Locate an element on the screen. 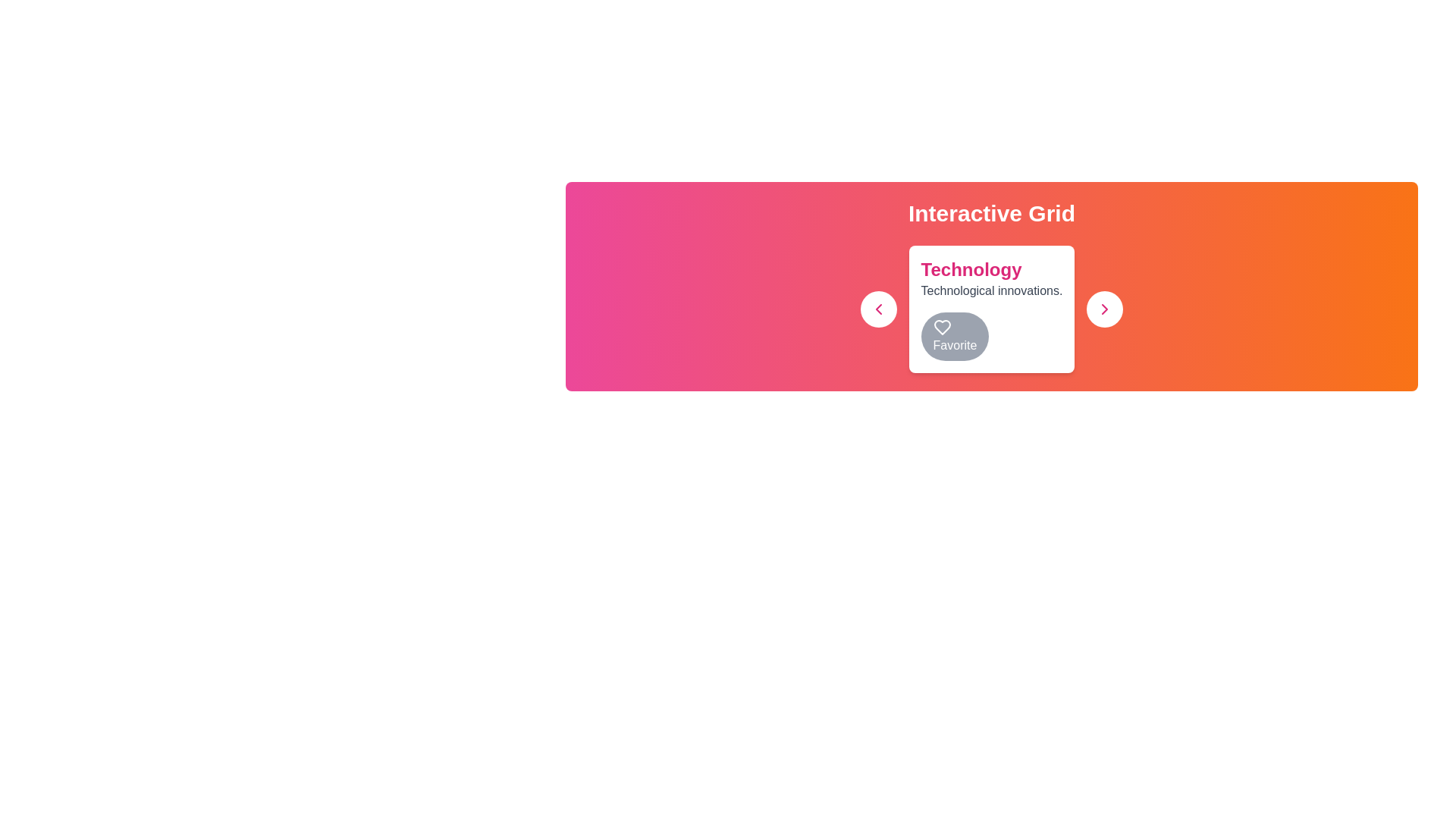  the arrow in the bottom-right circular navigation button is located at coordinates (1105, 309).